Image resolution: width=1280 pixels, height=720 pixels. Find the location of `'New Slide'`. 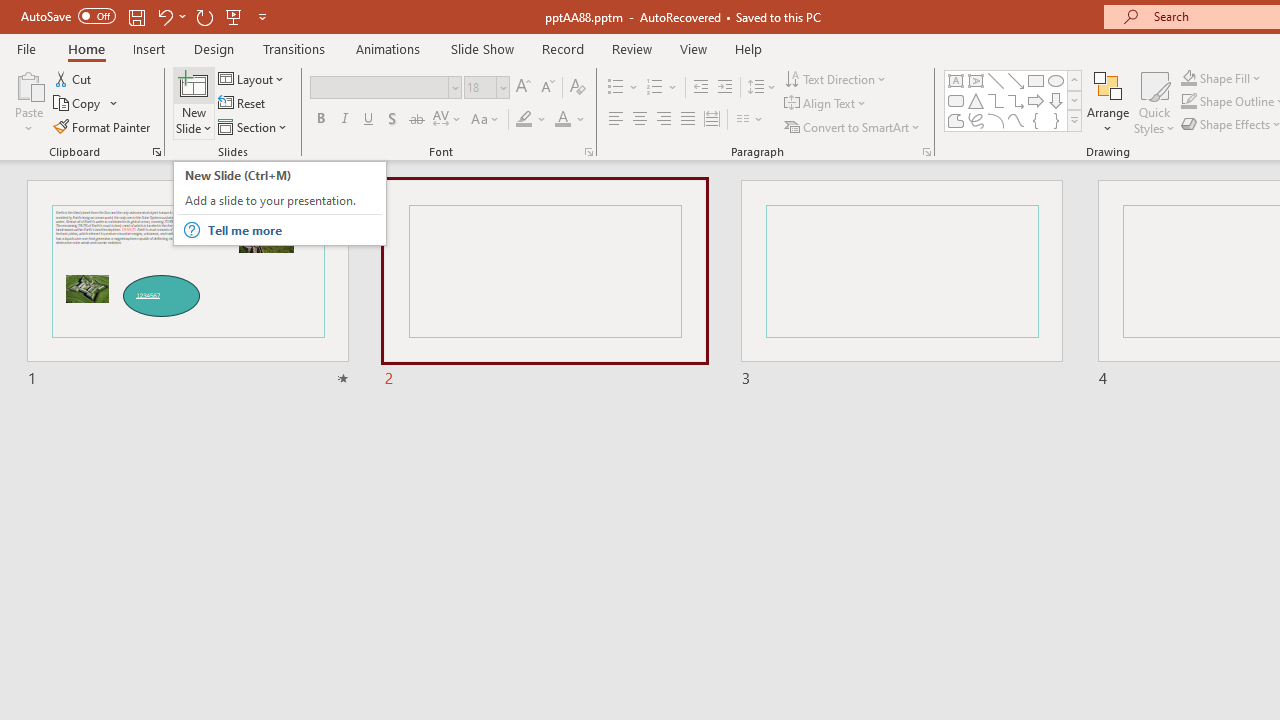

'New Slide' is located at coordinates (193, 84).